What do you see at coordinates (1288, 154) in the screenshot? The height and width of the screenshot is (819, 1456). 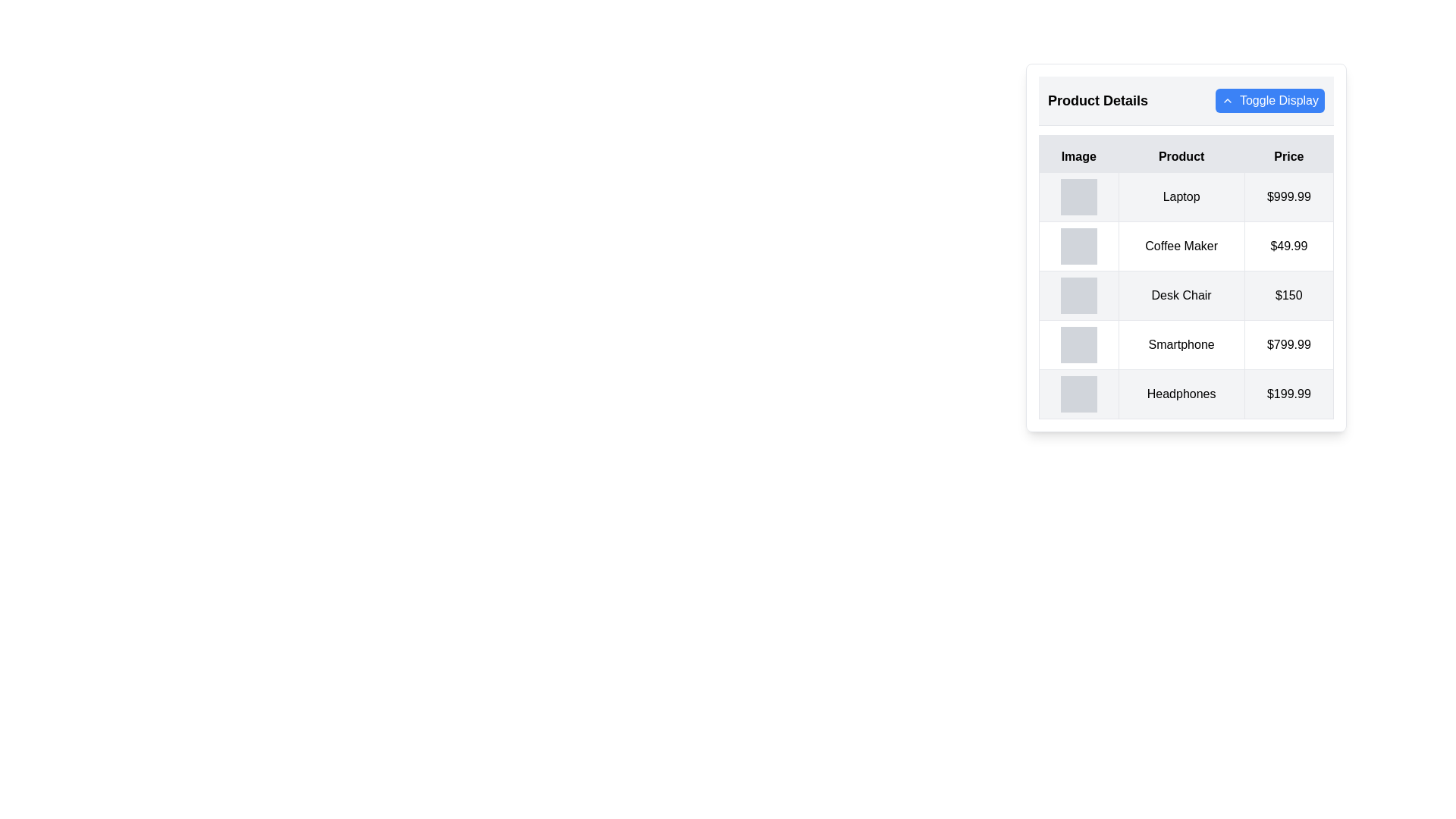 I see `the 'Price' table header cell, which is the last header in the row, styled with centered text and a bordered background` at bounding box center [1288, 154].